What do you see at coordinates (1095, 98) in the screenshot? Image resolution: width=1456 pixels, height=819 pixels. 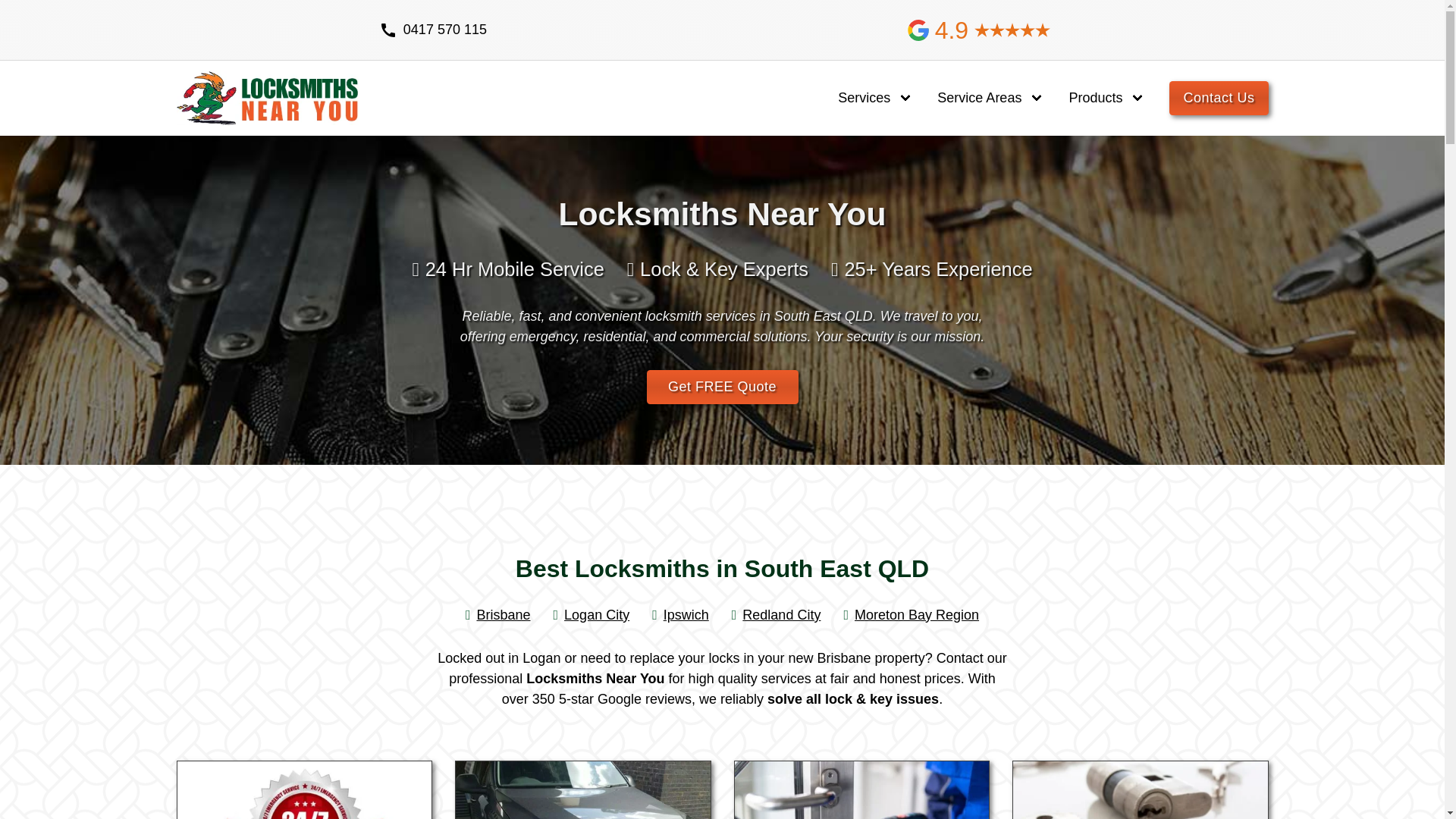 I see `'Products'` at bounding box center [1095, 98].